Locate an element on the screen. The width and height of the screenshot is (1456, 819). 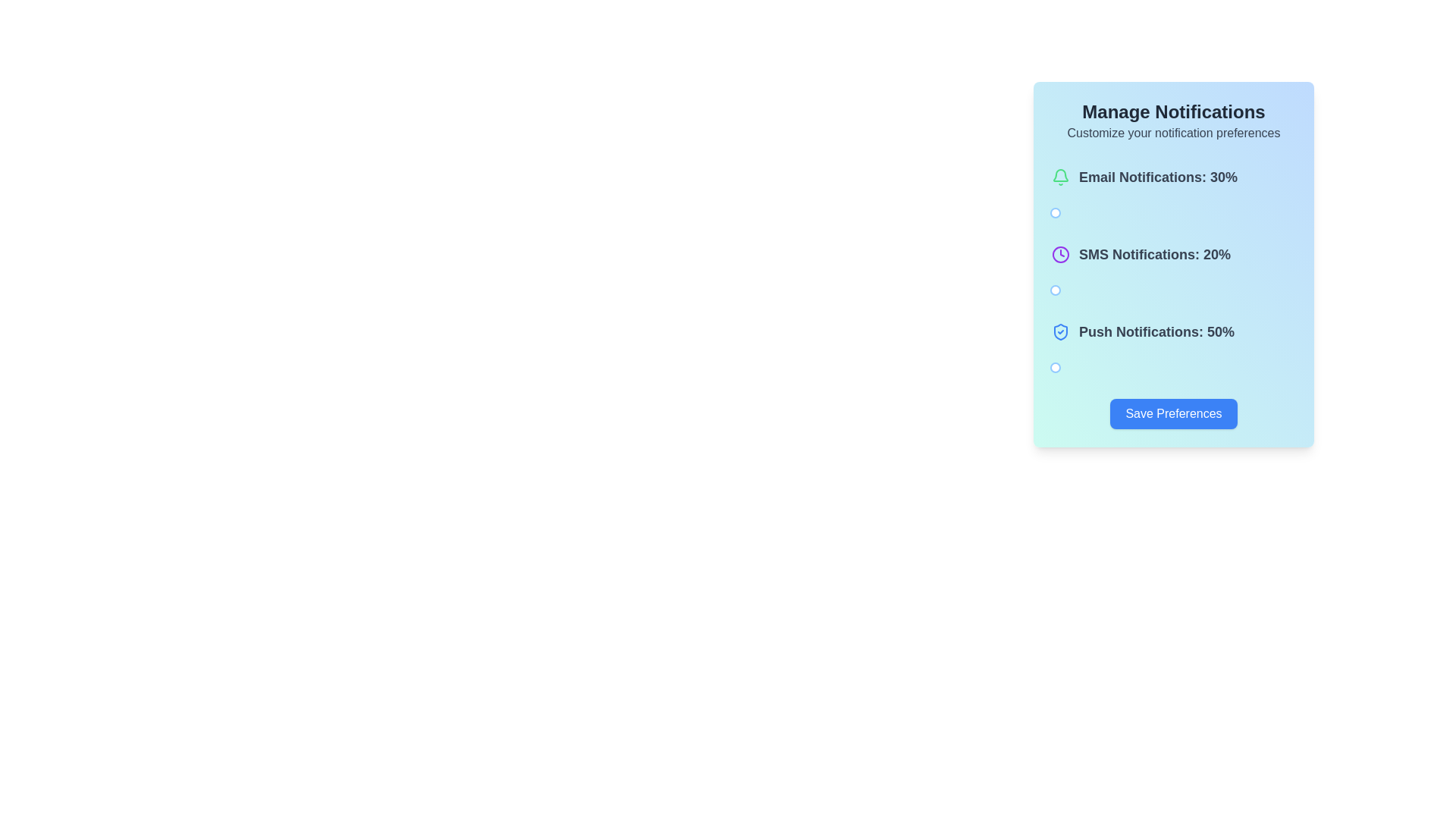
shield-shaped icon with a check mark inside, styled in blue, located to the left of the 'Push Notifications: 50%' text is located at coordinates (1059, 331).